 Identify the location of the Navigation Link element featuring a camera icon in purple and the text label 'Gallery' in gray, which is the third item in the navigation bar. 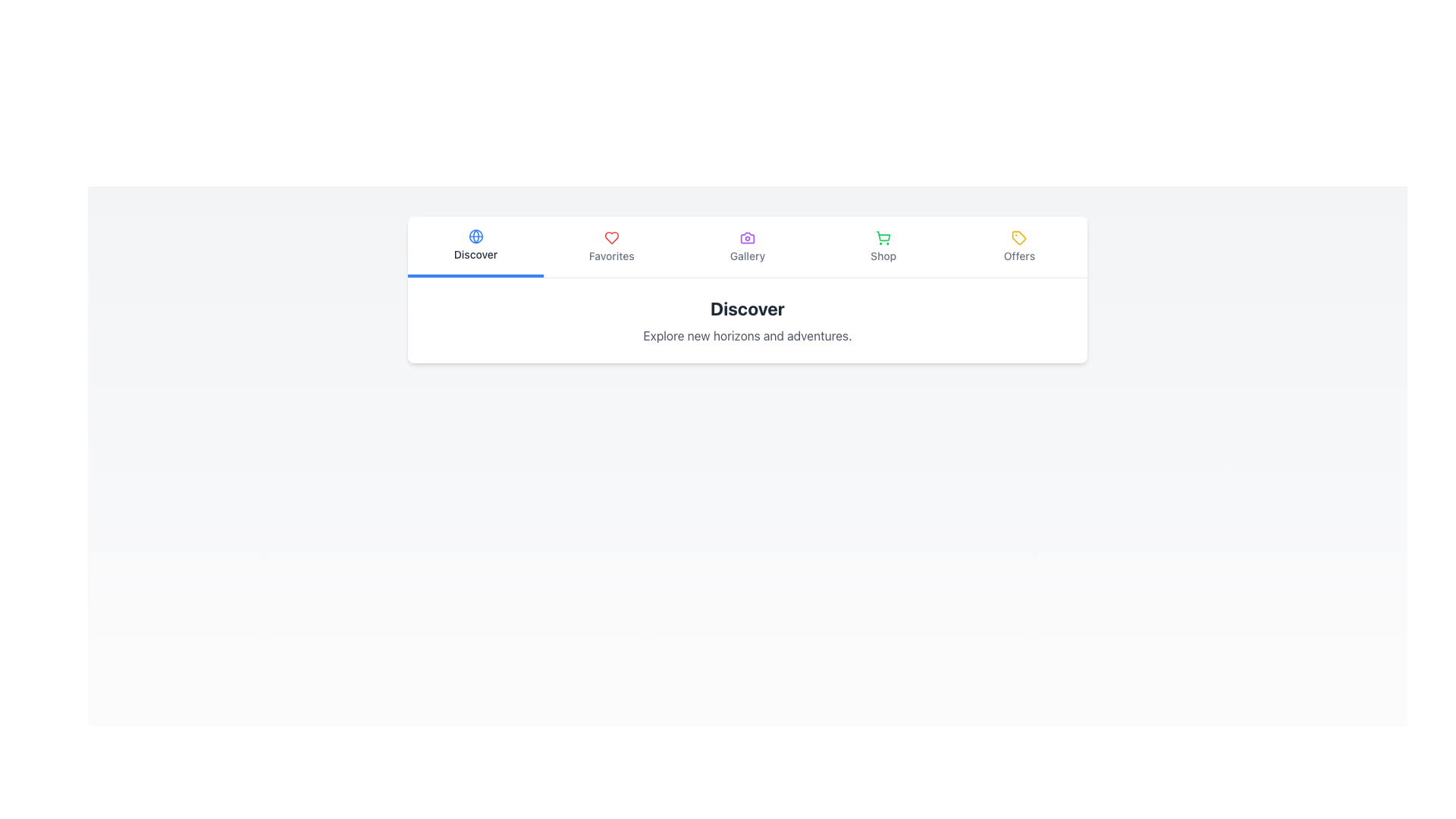
(747, 246).